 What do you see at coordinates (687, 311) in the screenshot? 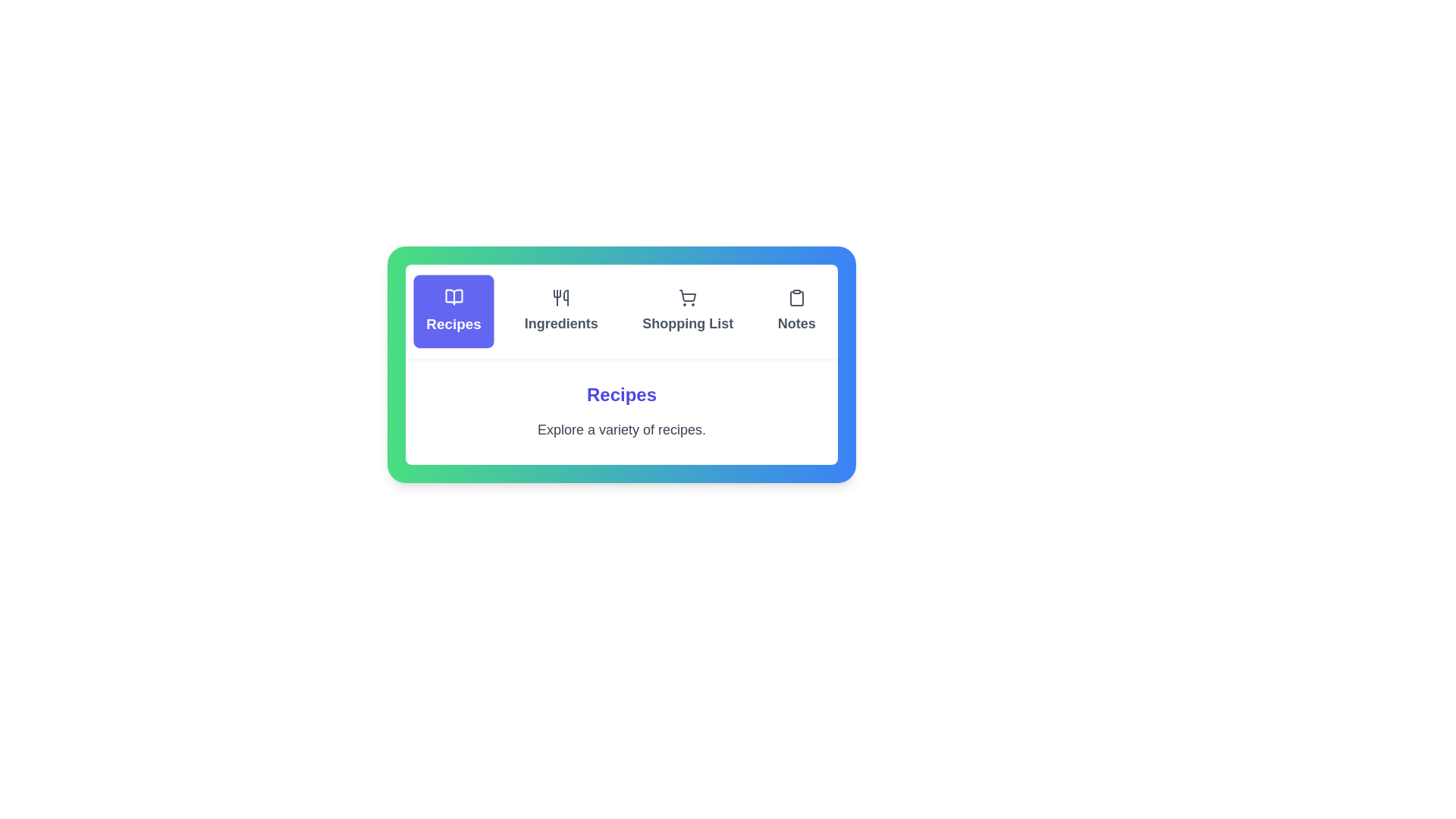
I see `the Shopping List tab by clicking on it` at bounding box center [687, 311].